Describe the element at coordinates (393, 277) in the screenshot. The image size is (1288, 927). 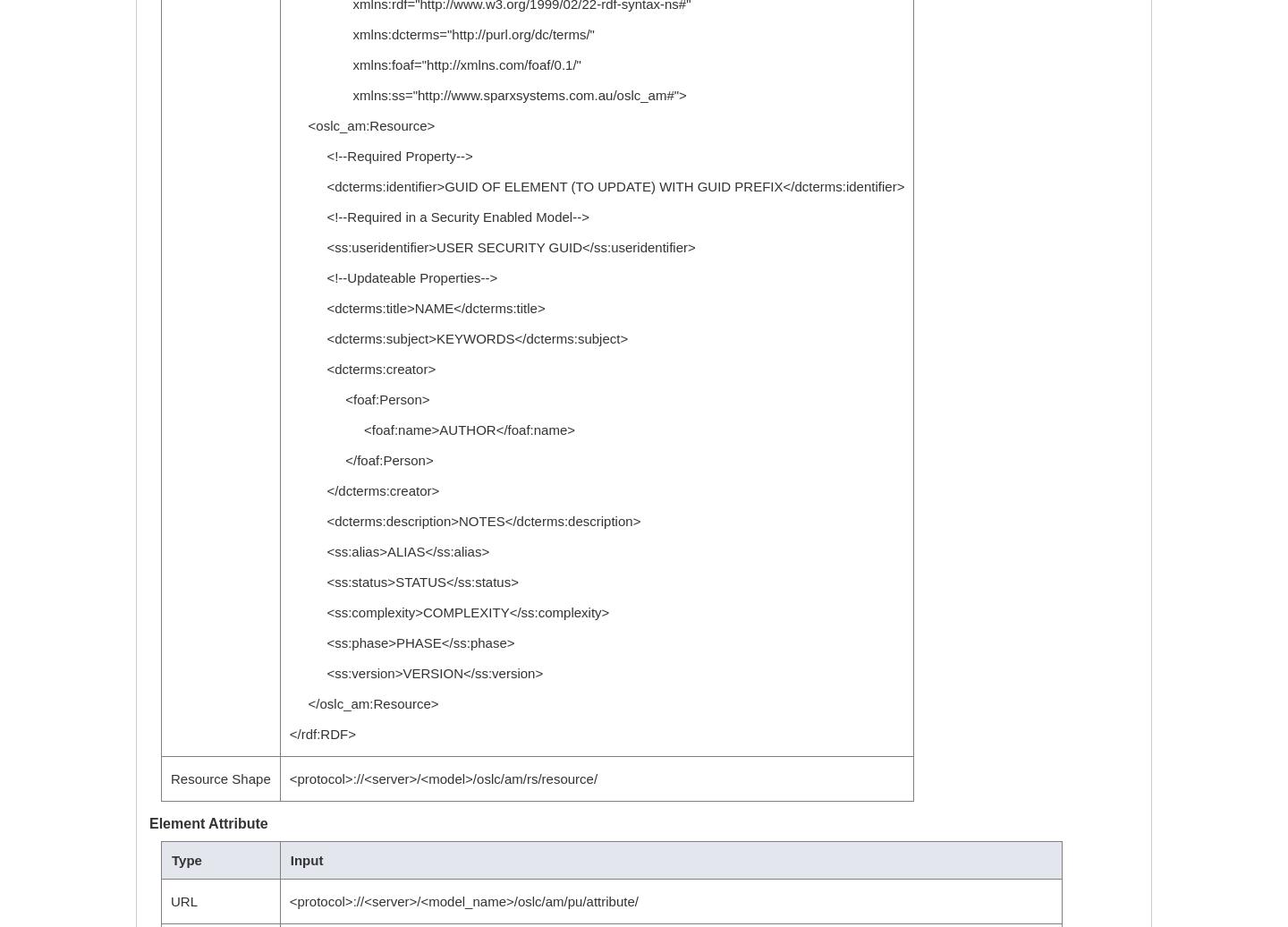
I see `'<!--Updateable Properties-->'` at that location.